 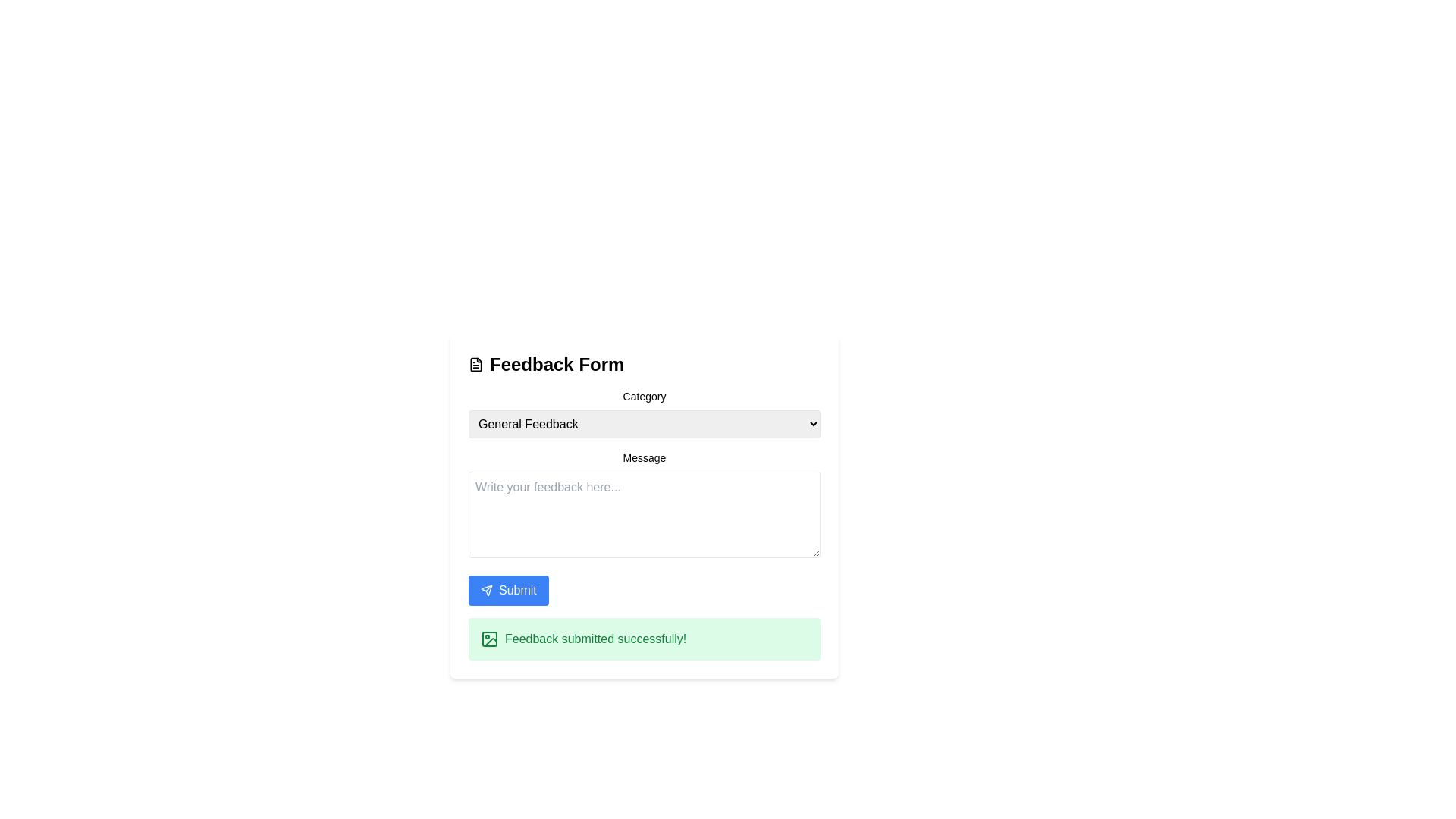 I want to click on the Notification banner that indicates 'Feedback submitted successfully!' with a green background and an icon, located at the bottom of the feedback form interface, so click(x=644, y=639).